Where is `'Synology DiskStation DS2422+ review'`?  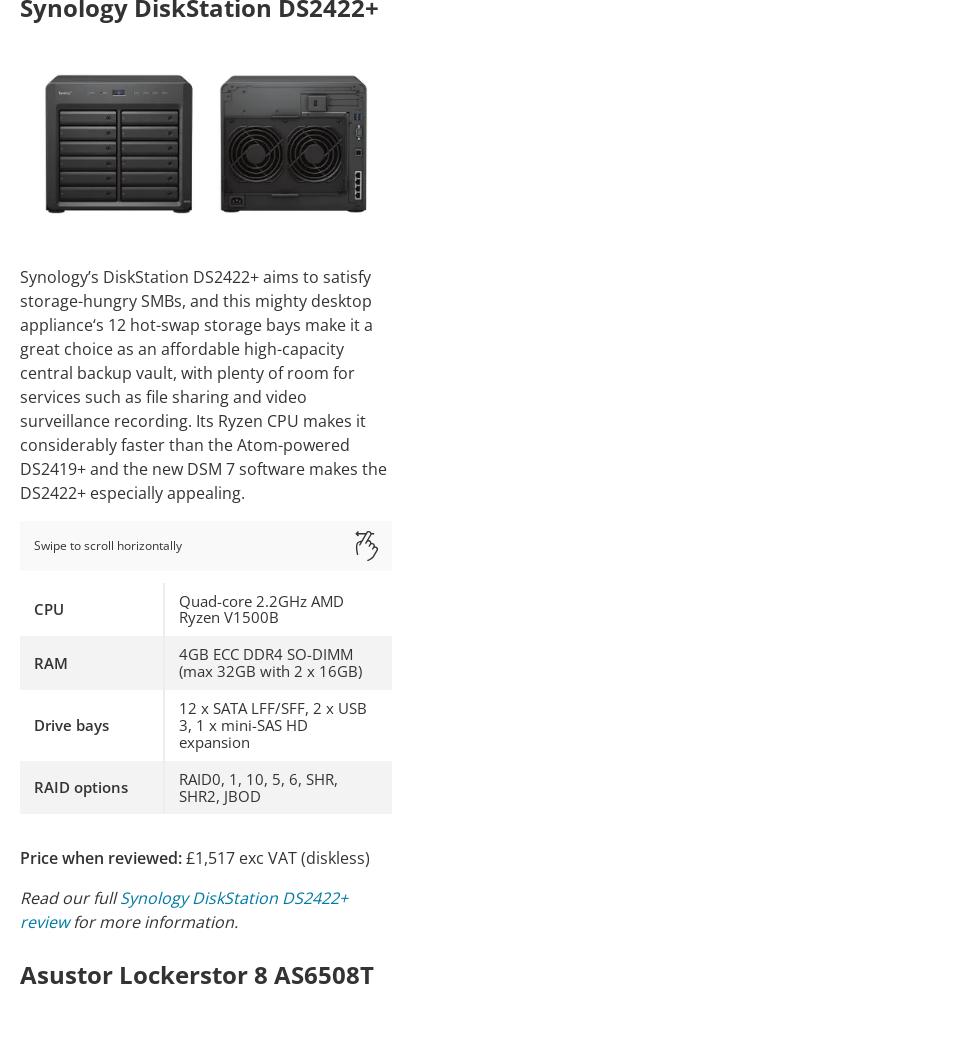
'Synology DiskStation DS2422+ review' is located at coordinates (184, 908).